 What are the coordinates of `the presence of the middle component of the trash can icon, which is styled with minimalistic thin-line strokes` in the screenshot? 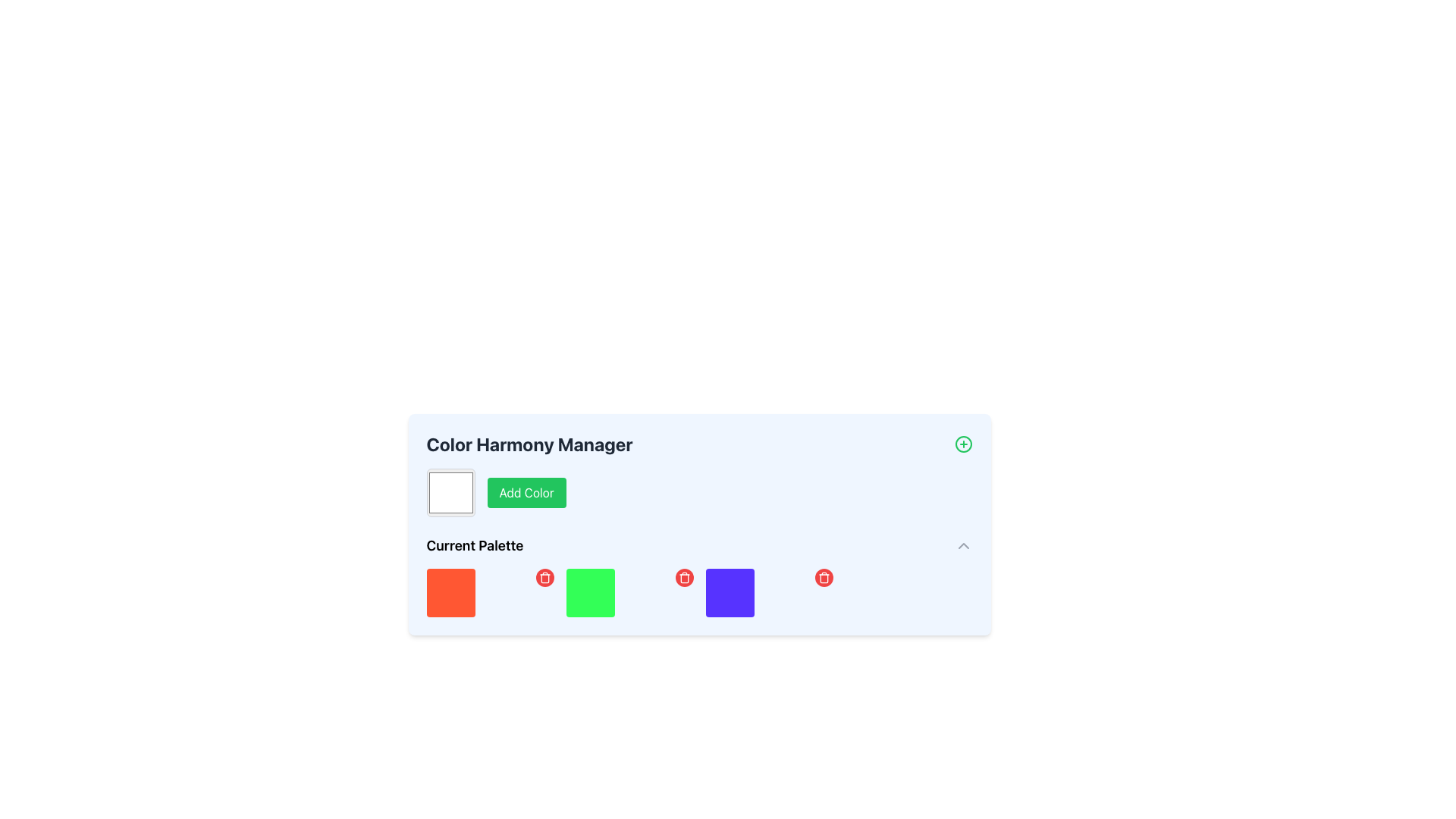 It's located at (683, 579).